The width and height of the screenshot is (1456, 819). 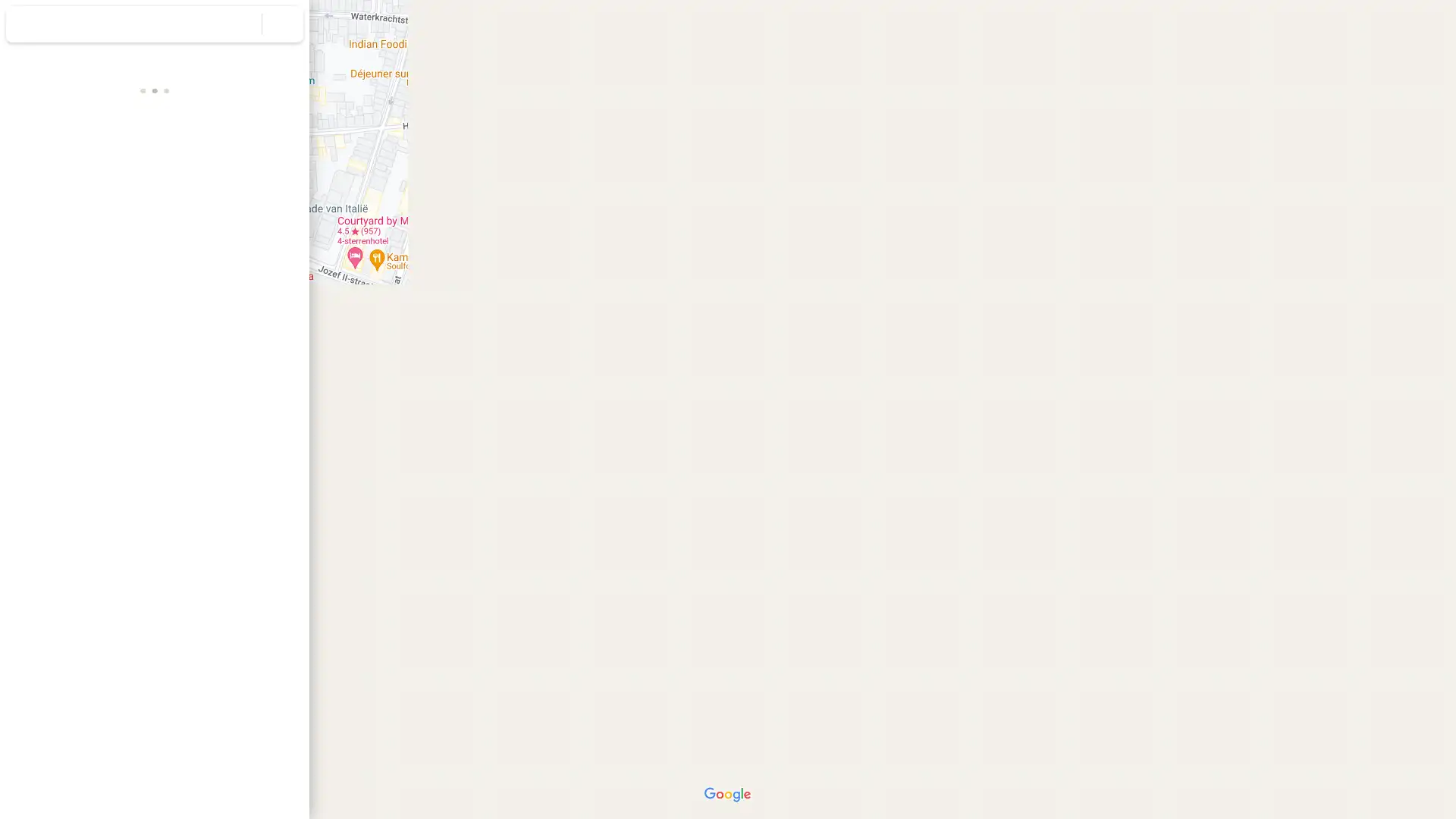 I want to click on Adres kopieren, so click(x=281, y=344).